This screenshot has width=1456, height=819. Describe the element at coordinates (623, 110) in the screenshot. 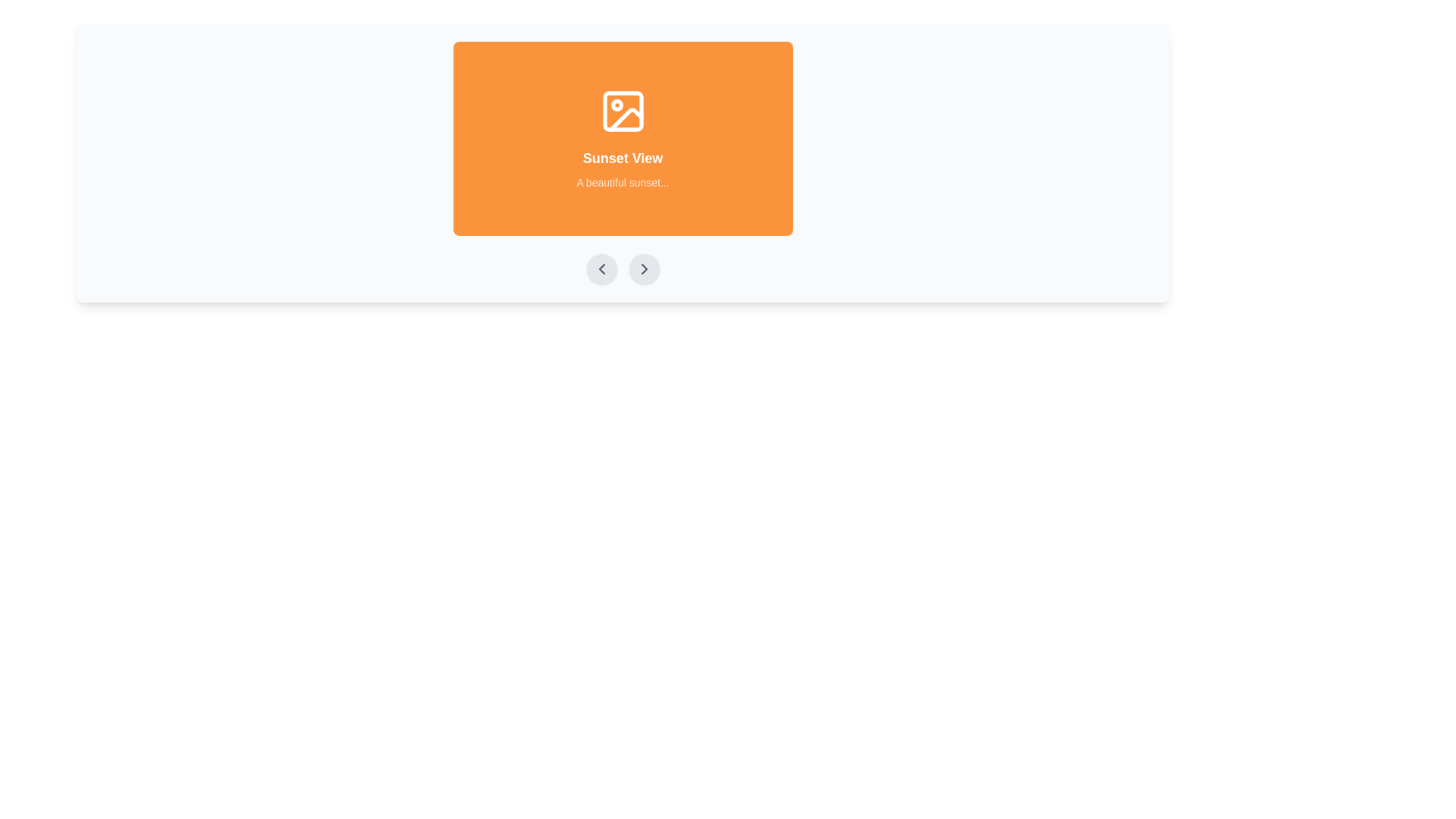

I see `the icon representing 'Sunset View', located at the center-top of the orange box labeled 'Sunset View'` at that location.